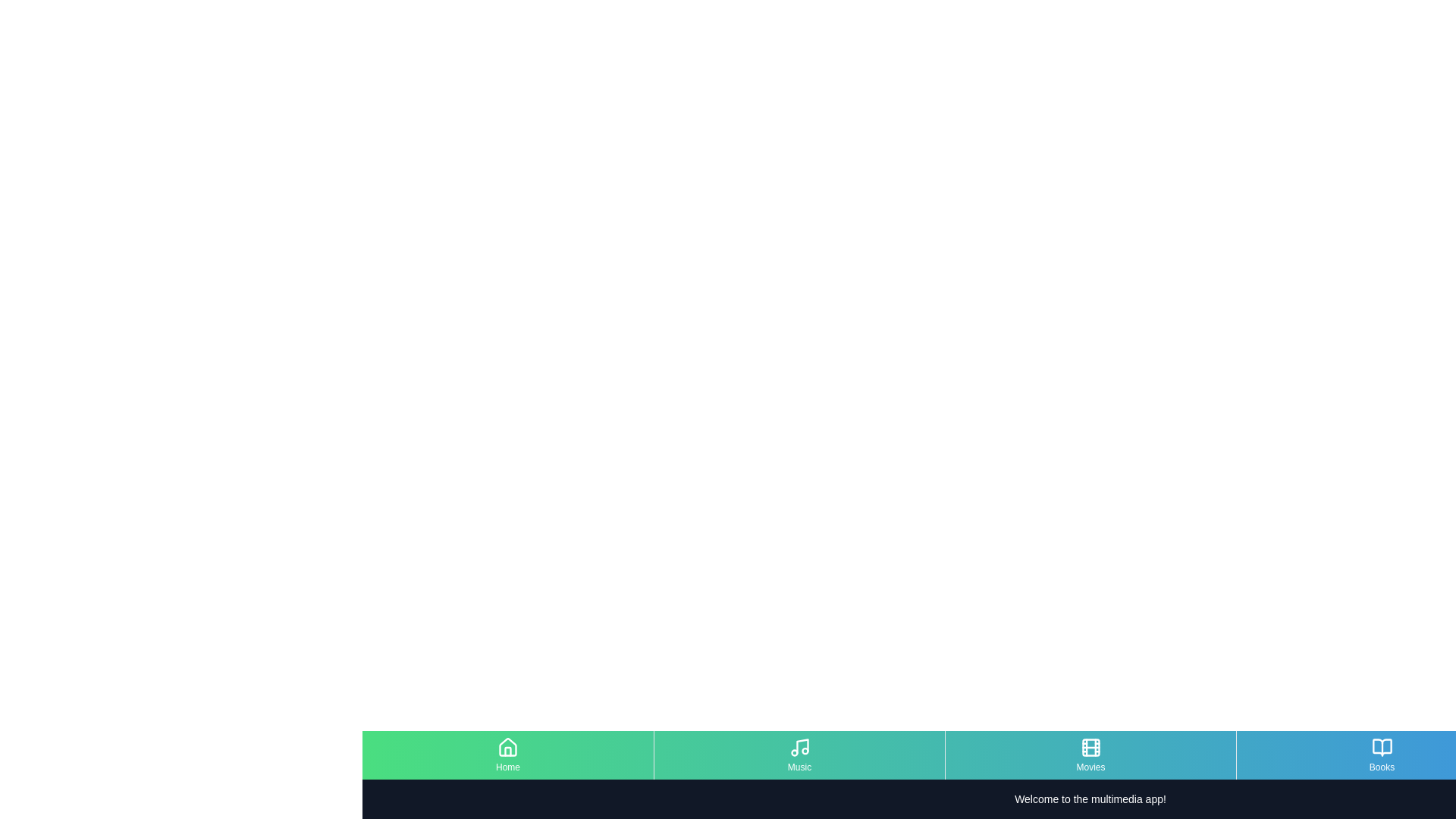 This screenshot has width=1456, height=819. I want to click on the menu item Movies to navigate to its content, so click(1090, 755).